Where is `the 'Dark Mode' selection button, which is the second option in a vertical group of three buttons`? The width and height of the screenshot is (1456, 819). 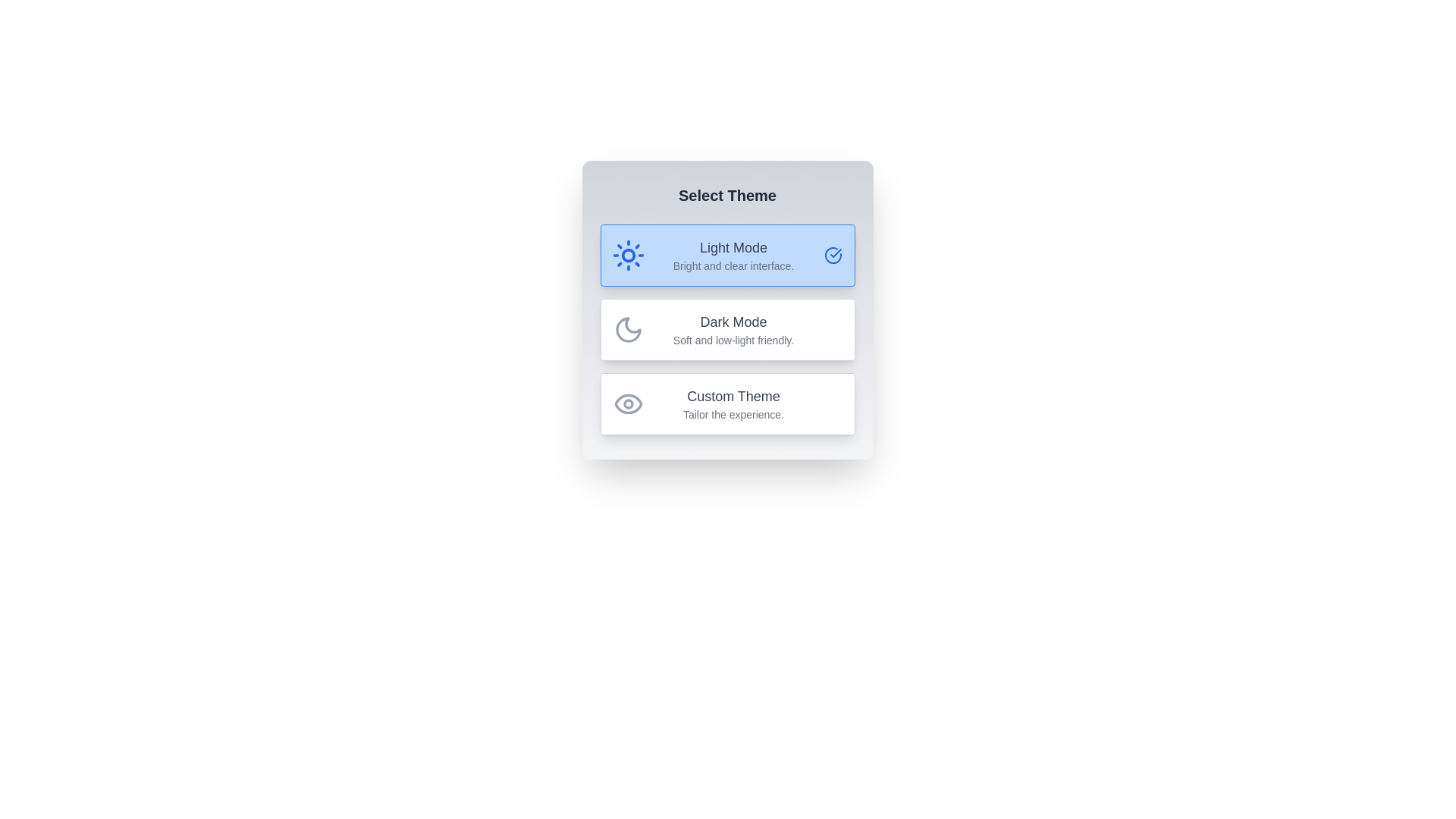 the 'Dark Mode' selection button, which is the second option in a vertical group of three buttons is located at coordinates (726, 329).